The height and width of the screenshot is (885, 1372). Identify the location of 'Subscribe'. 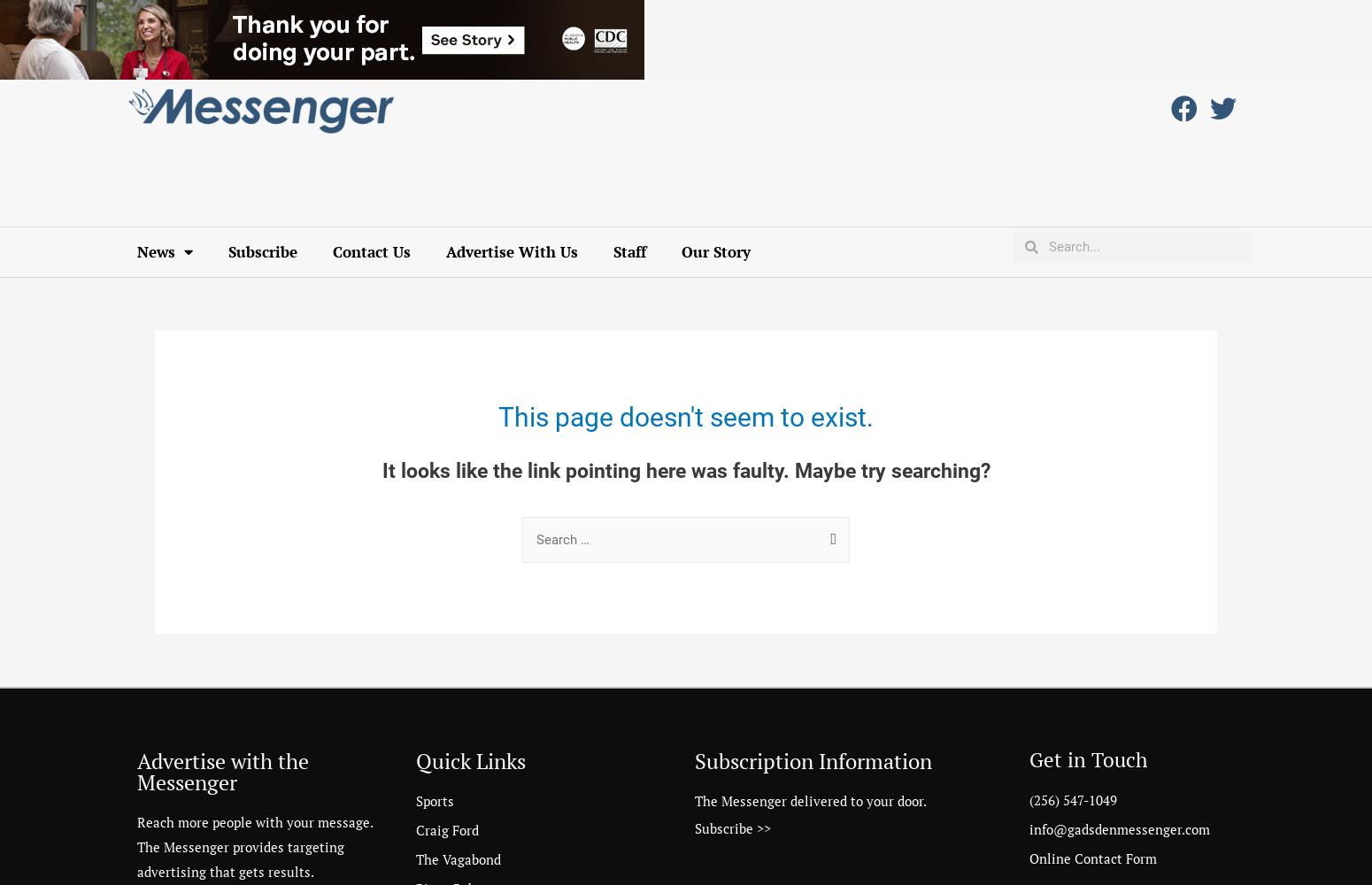
(228, 251).